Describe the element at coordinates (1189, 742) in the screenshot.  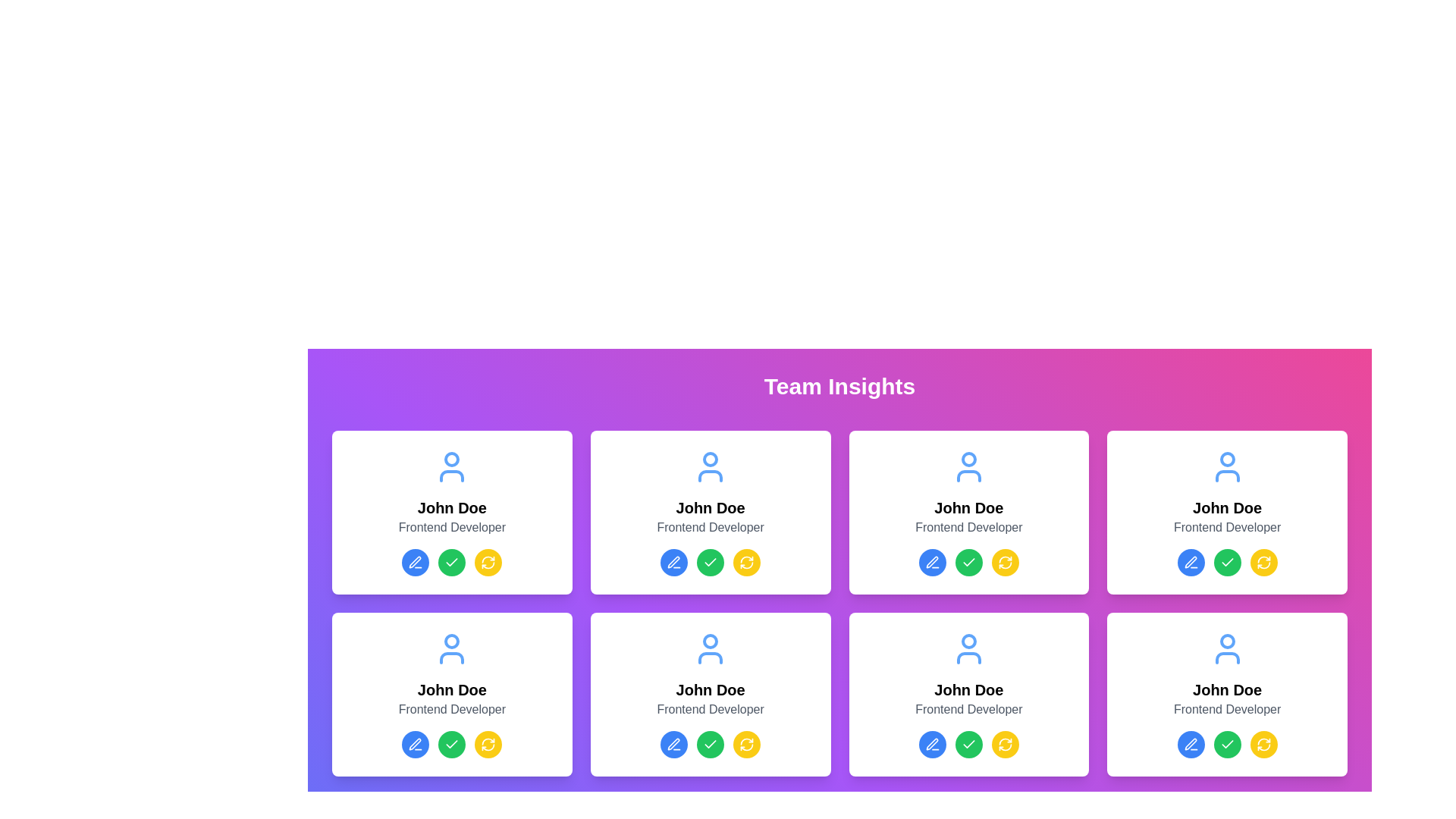
I see `the edit button with a pen-shaped icon located in the bottom-left corner of the last user information card in the second row of the grid` at that location.